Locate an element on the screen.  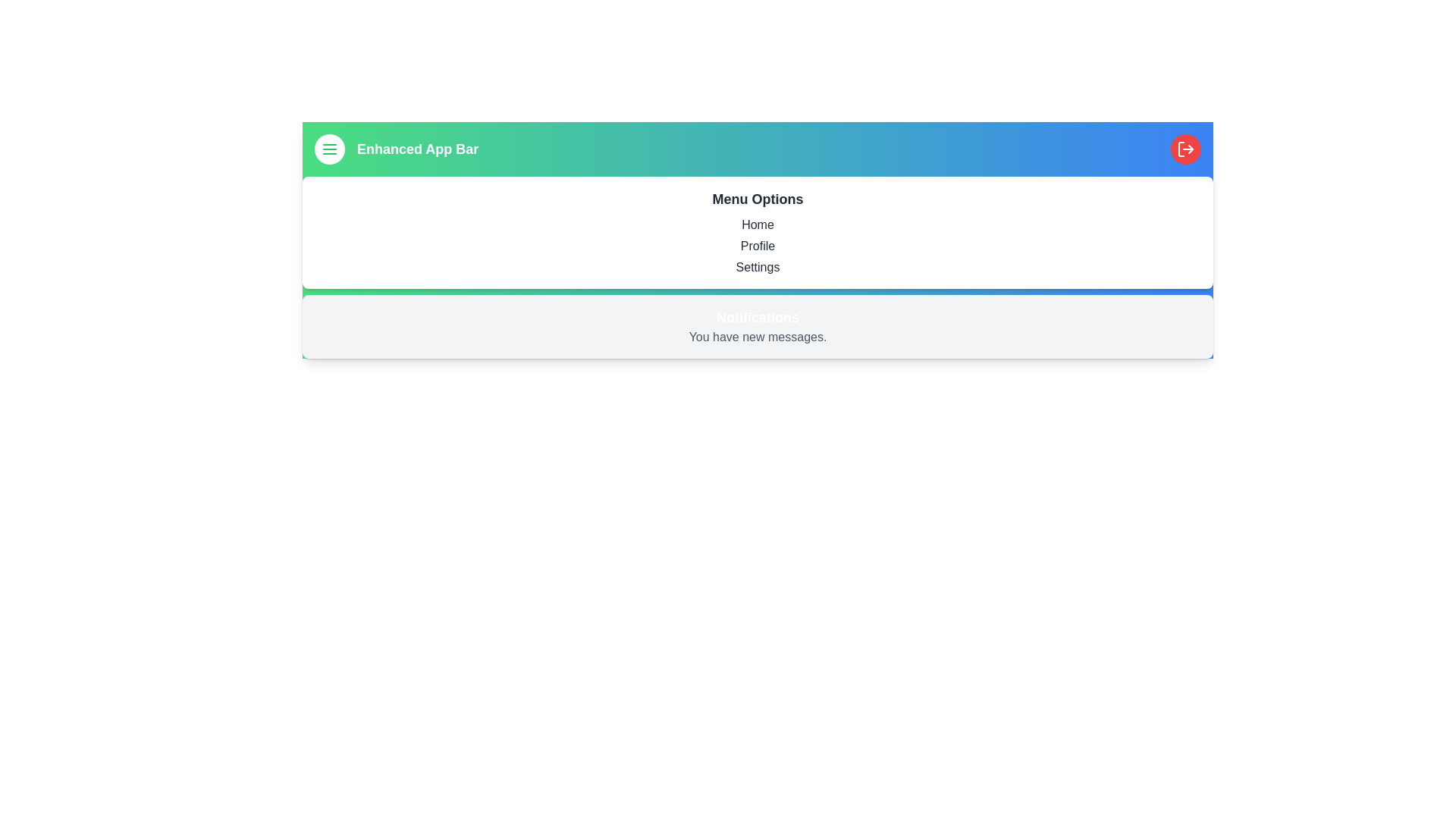
the logout button located at the top-right corner of the component is located at coordinates (1185, 149).